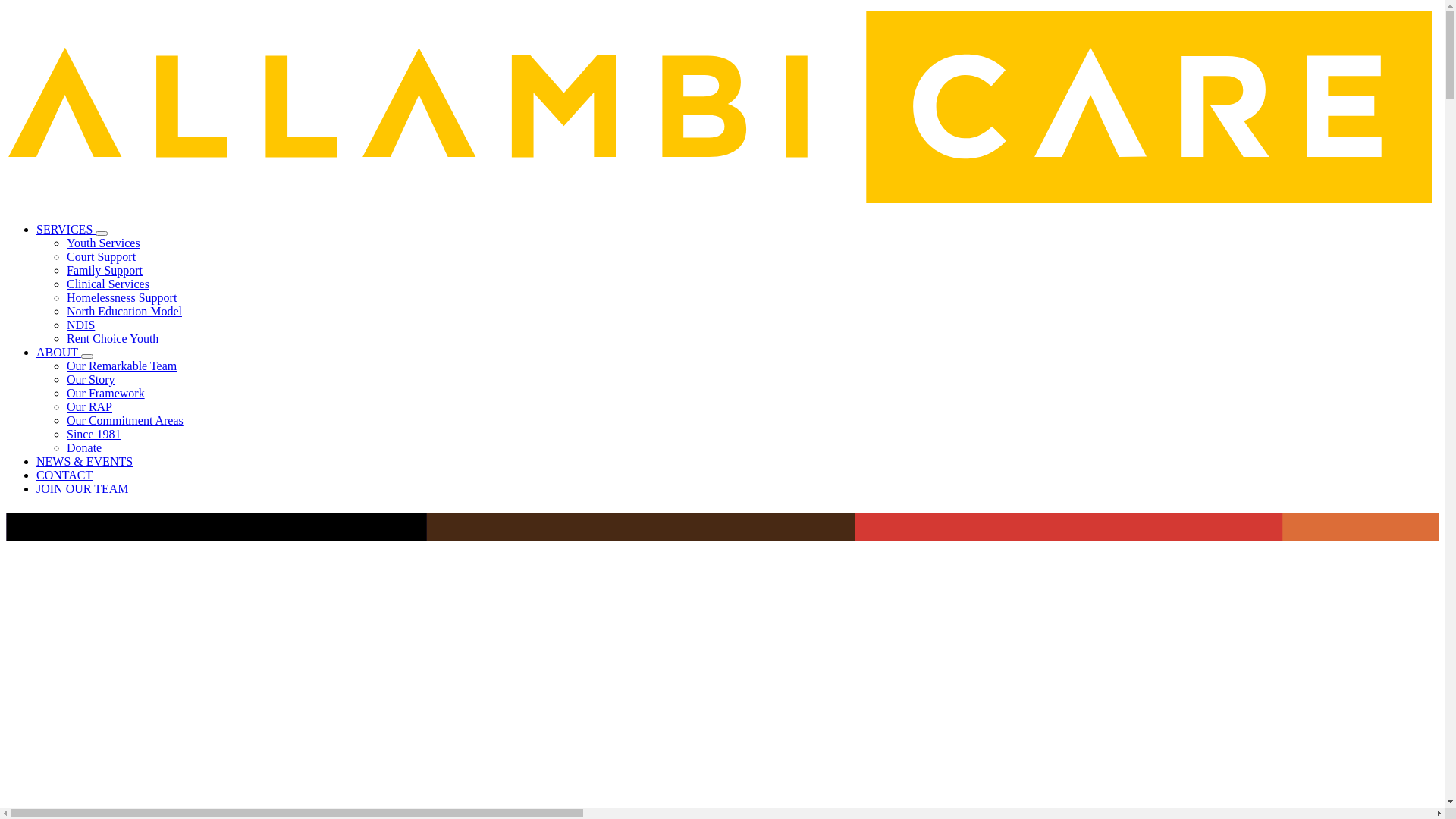 The image size is (1456, 819). What do you see at coordinates (124, 310) in the screenshot?
I see `'North Education Model'` at bounding box center [124, 310].